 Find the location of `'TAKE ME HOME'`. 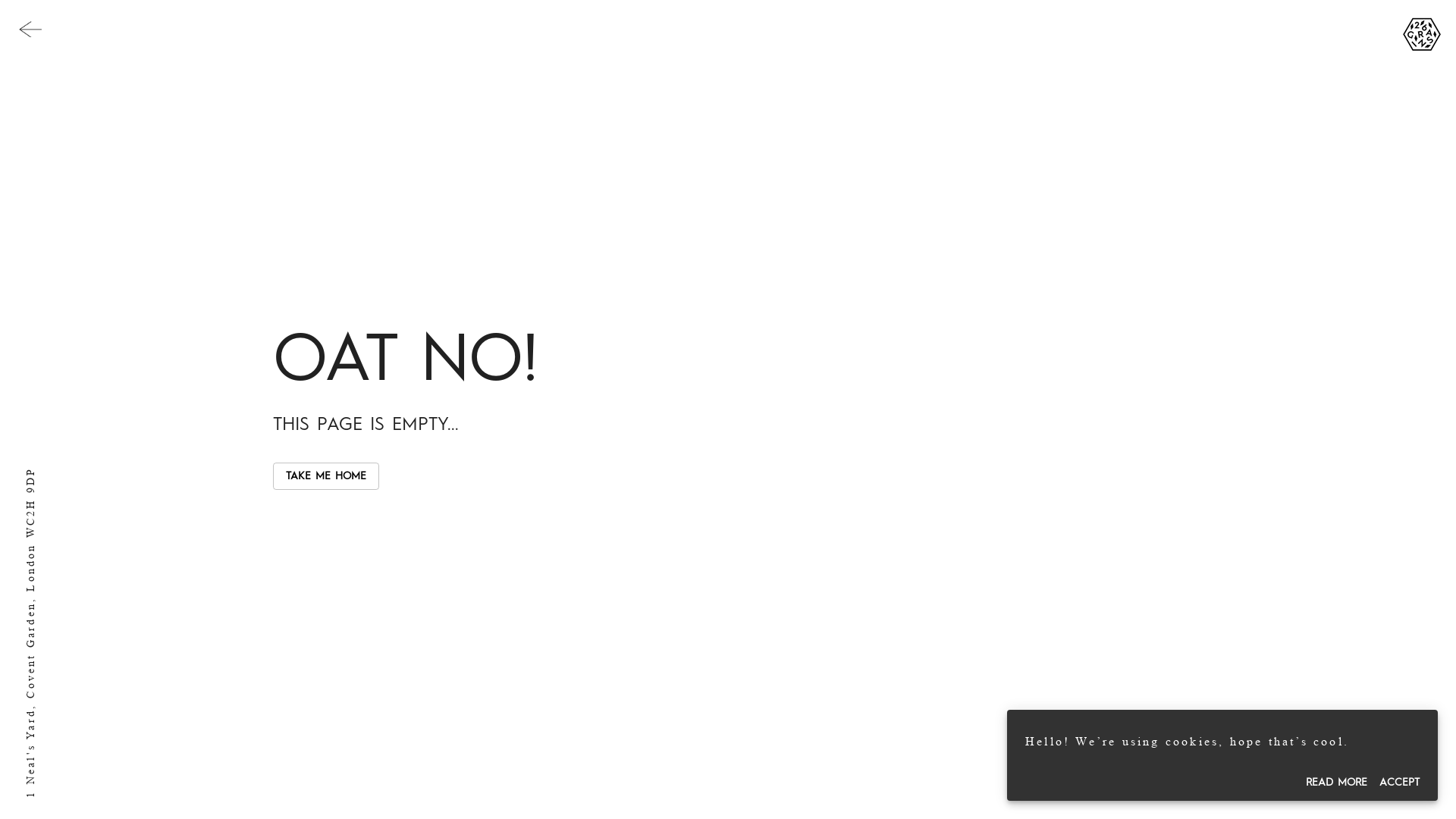

'TAKE ME HOME' is located at coordinates (325, 475).